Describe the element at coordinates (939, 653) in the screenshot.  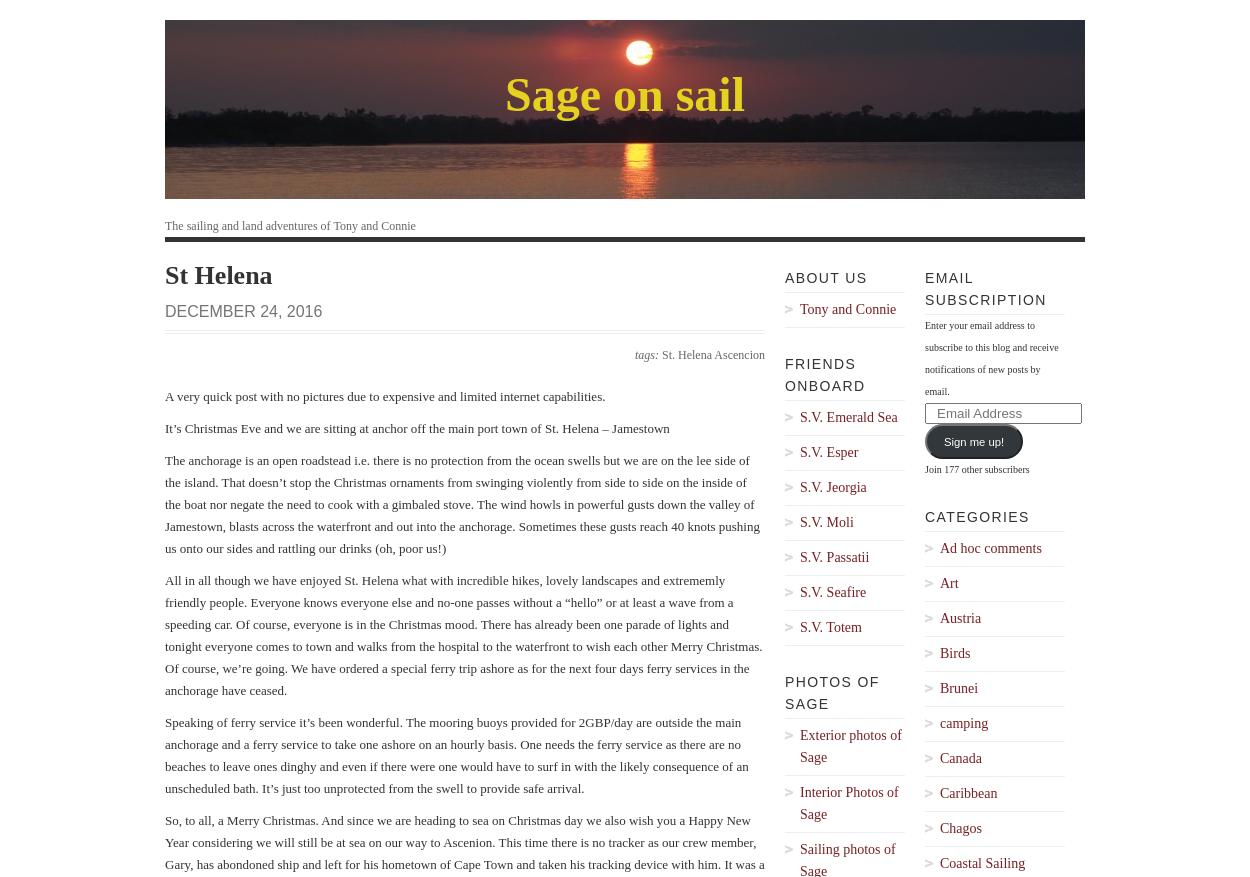
I see `'Birds'` at that location.